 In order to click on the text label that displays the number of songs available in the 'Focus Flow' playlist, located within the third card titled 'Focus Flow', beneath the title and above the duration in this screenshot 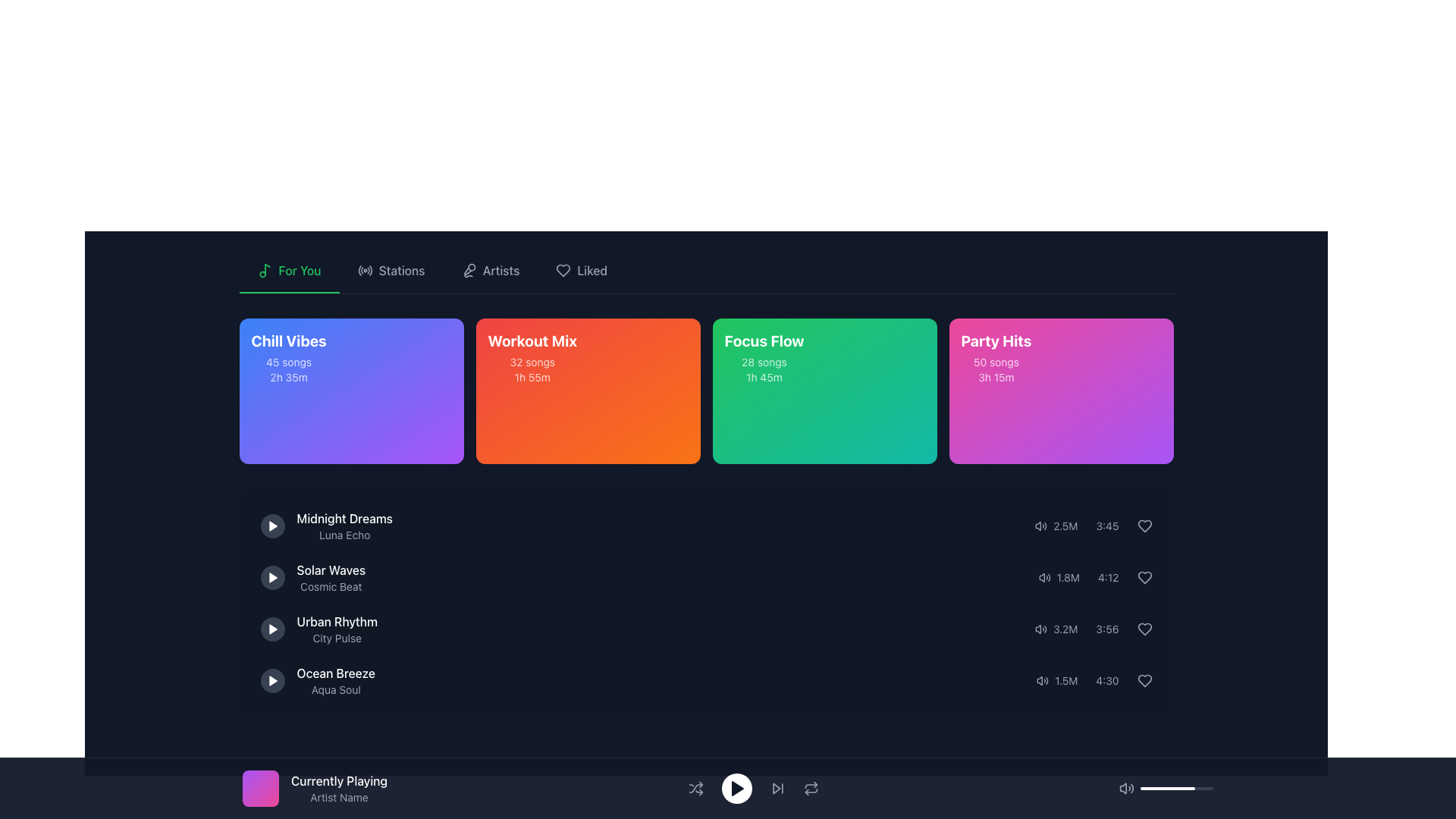, I will do `click(764, 362)`.